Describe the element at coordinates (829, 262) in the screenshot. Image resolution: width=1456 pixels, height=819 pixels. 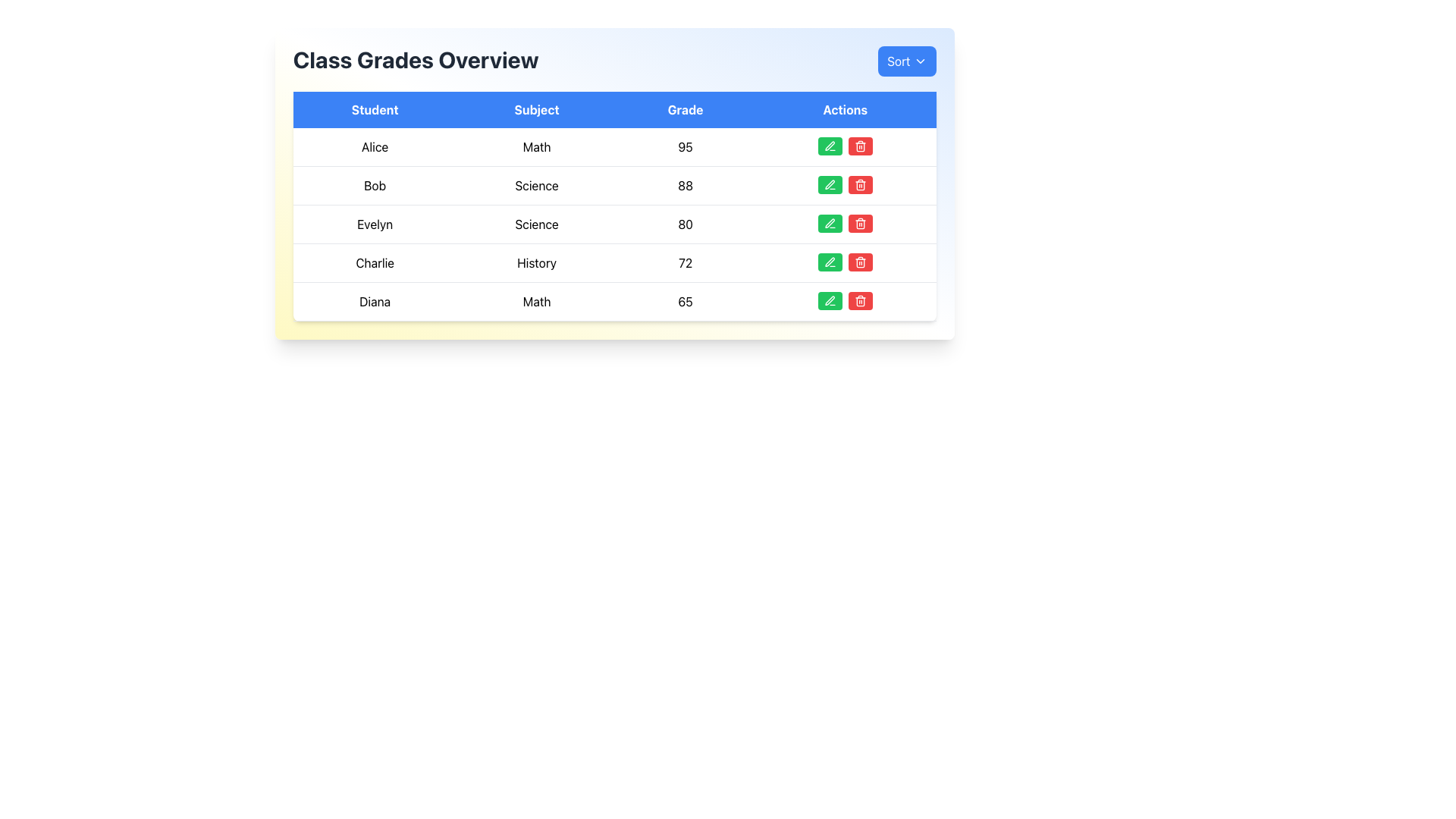
I see `the pencil icon located in the 'Actions' column for student 'Charlie' in the History row` at that location.